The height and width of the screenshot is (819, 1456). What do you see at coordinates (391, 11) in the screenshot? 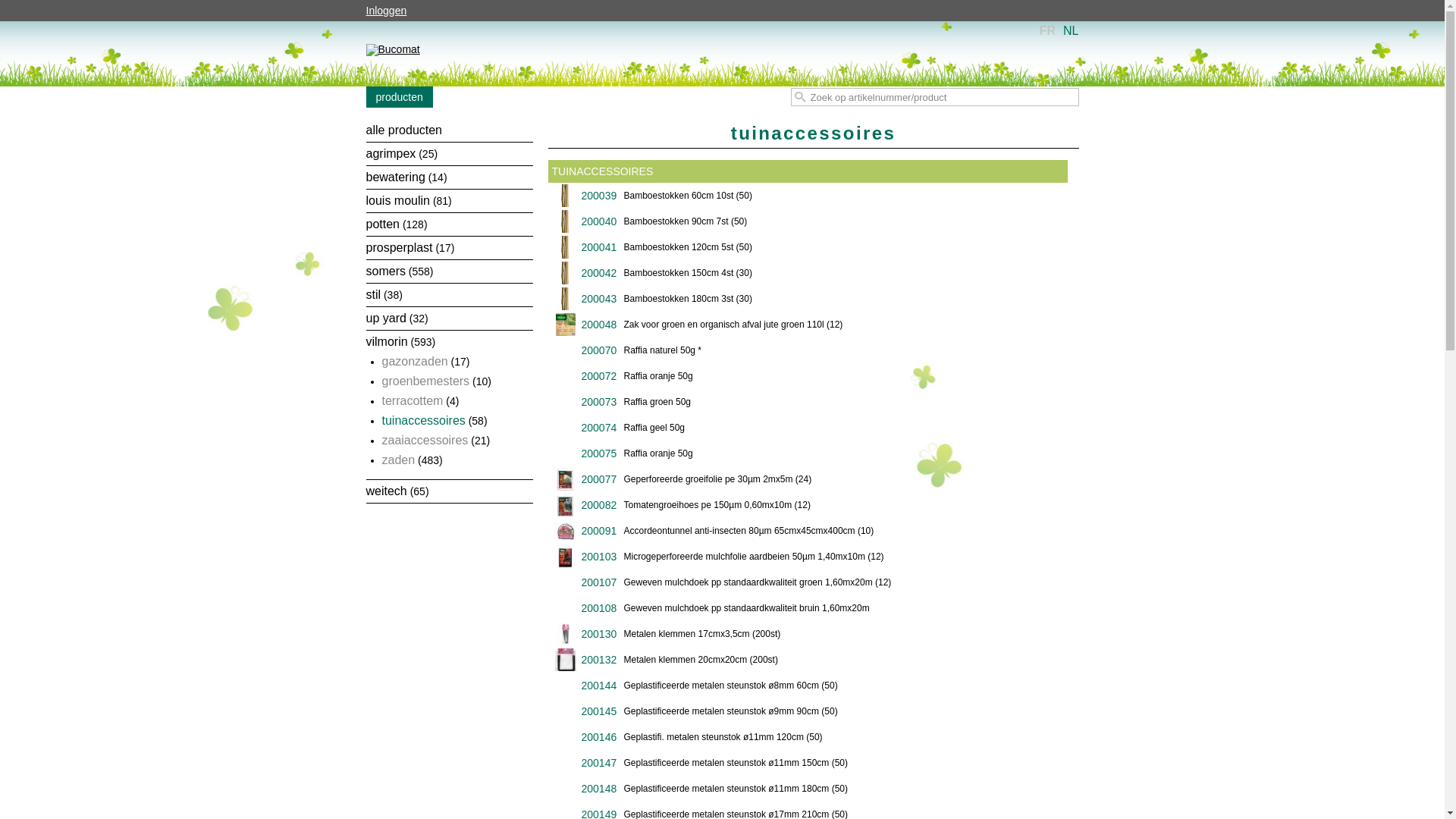
I see `'Inloggen'` at bounding box center [391, 11].